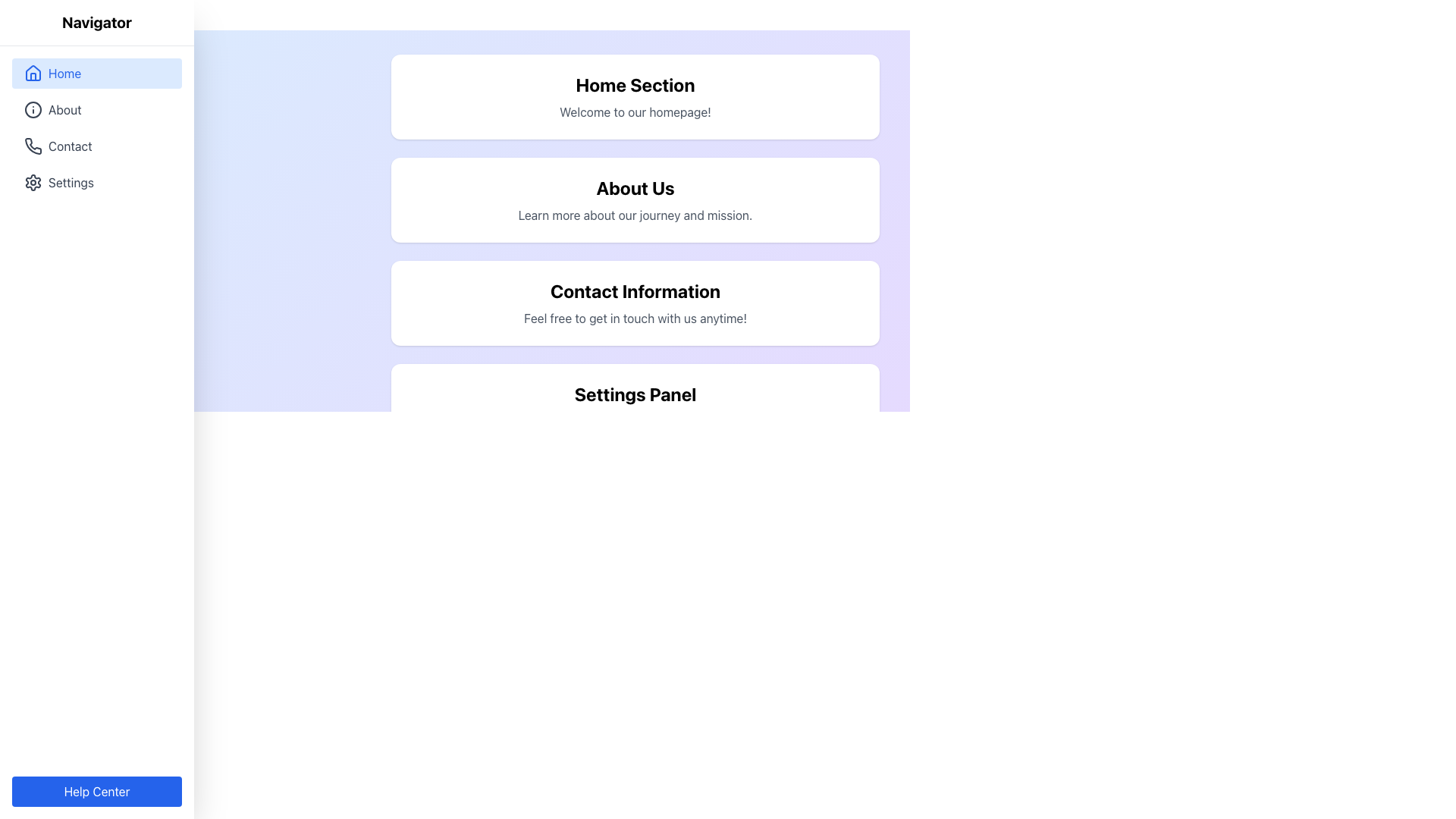 The height and width of the screenshot is (819, 1456). Describe the element at coordinates (33, 77) in the screenshot. I see `the door element within the house icon in the navigation menu to enhance its visual representation` at that location.